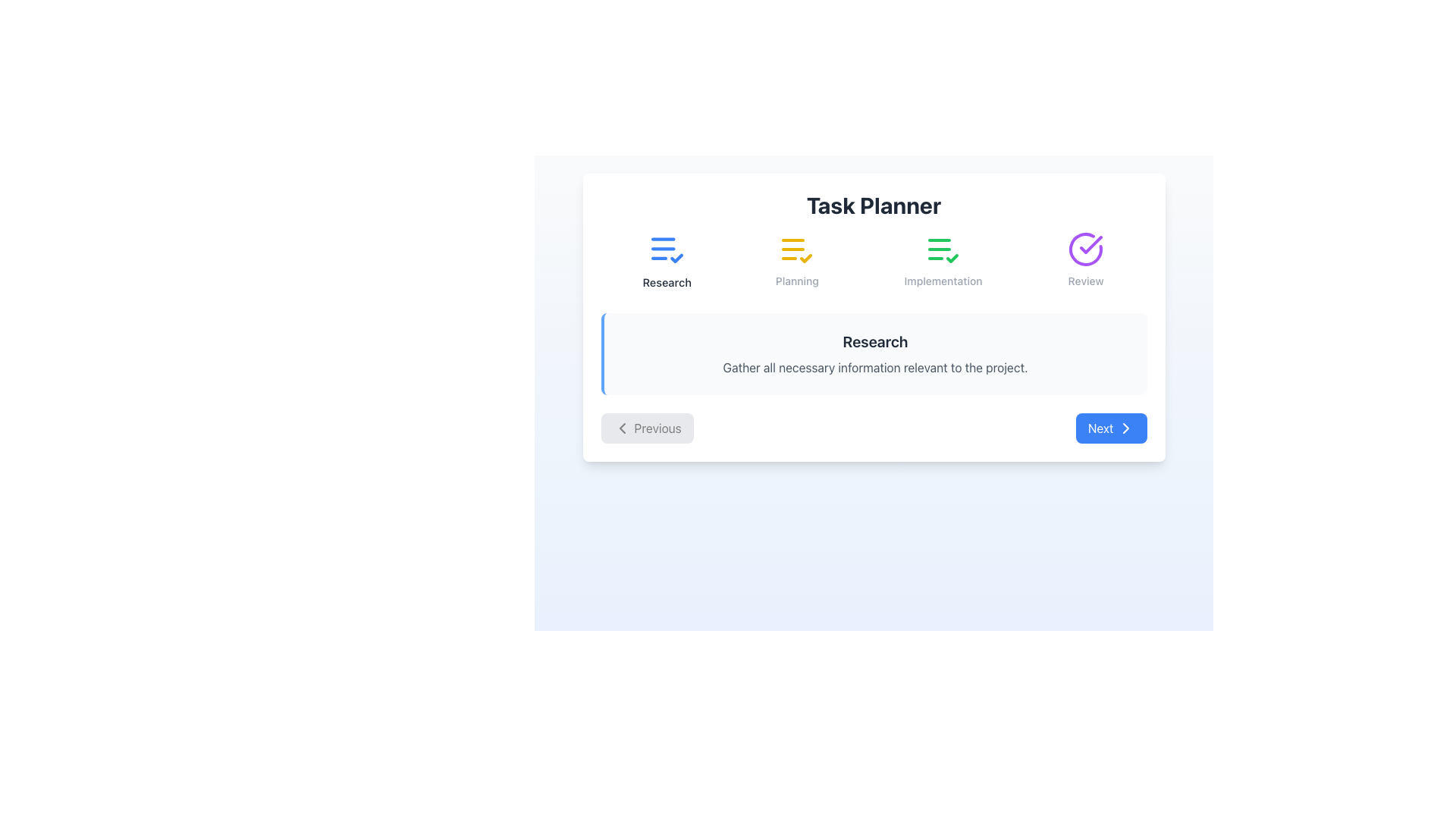 This screenshot has width=1456, height=819. I want to click on the 'Previous' navigation button by clicking on the left-pointing chevron icon, which visually indicates the direction of the navigation action, so click(622, 428).